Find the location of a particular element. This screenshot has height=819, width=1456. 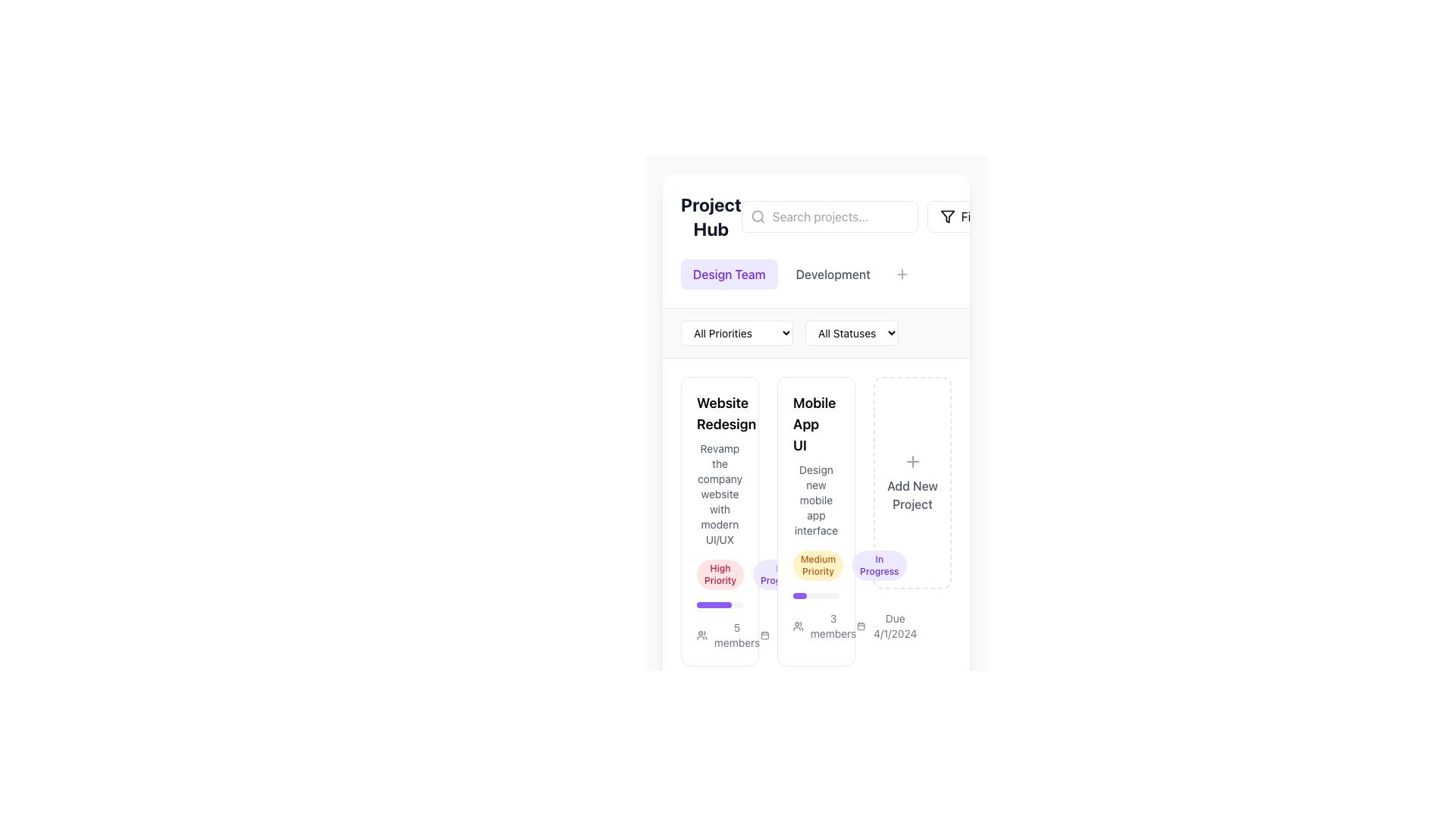

the calendar icon, which is styled with thin strokes and a rectangular outline with rounded corners, located to the immediate left of the text 'Due 3/15/2024' in the bottom-right corner of the card labeled 'Mobile App UI' is located at coordinates (765, 635).